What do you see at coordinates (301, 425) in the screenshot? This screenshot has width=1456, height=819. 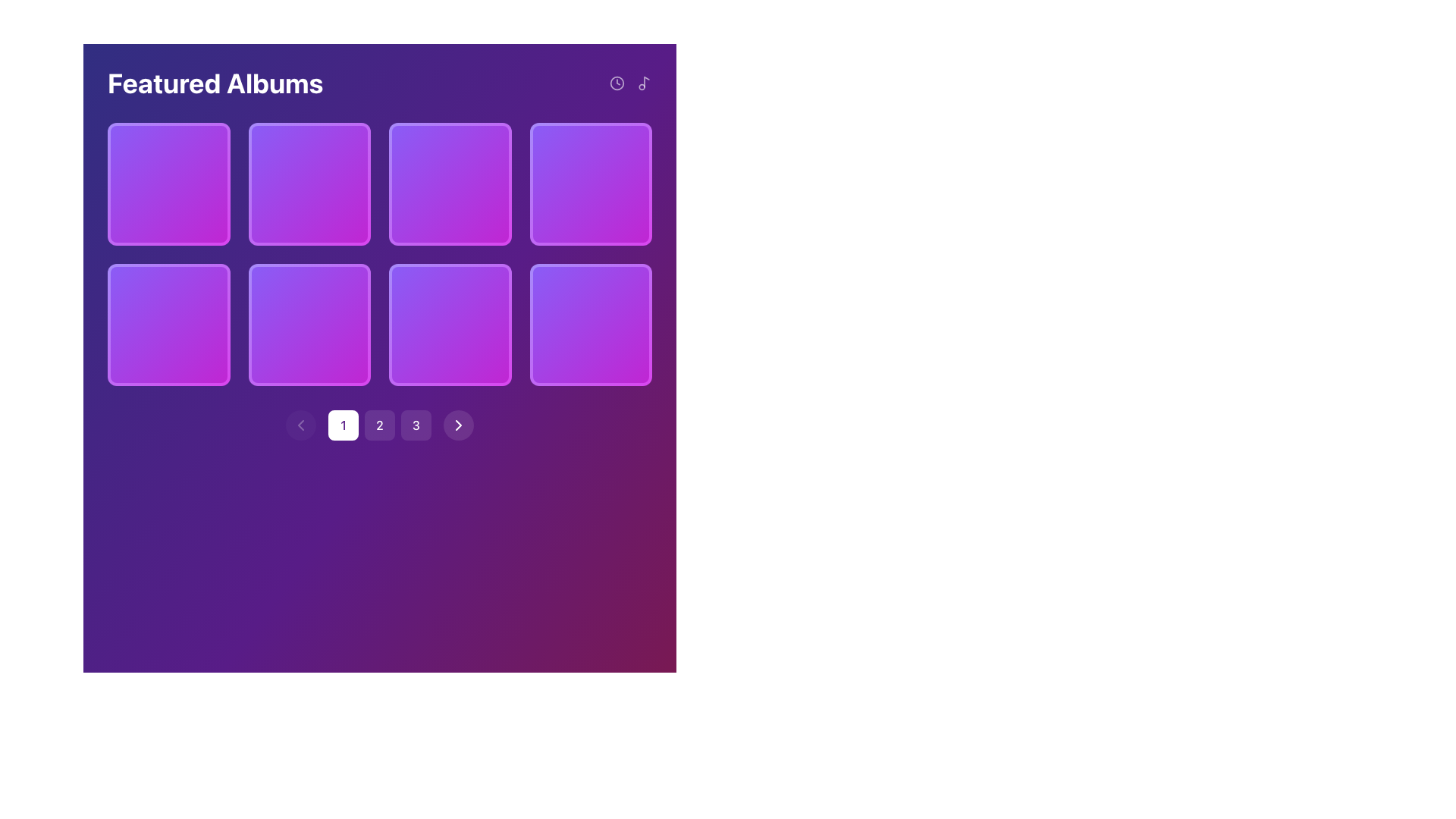 I see `the button located at the bottom of the grid of panels, which navigates to the previous set of items in the pagination context` at bounding box center [301, 425].